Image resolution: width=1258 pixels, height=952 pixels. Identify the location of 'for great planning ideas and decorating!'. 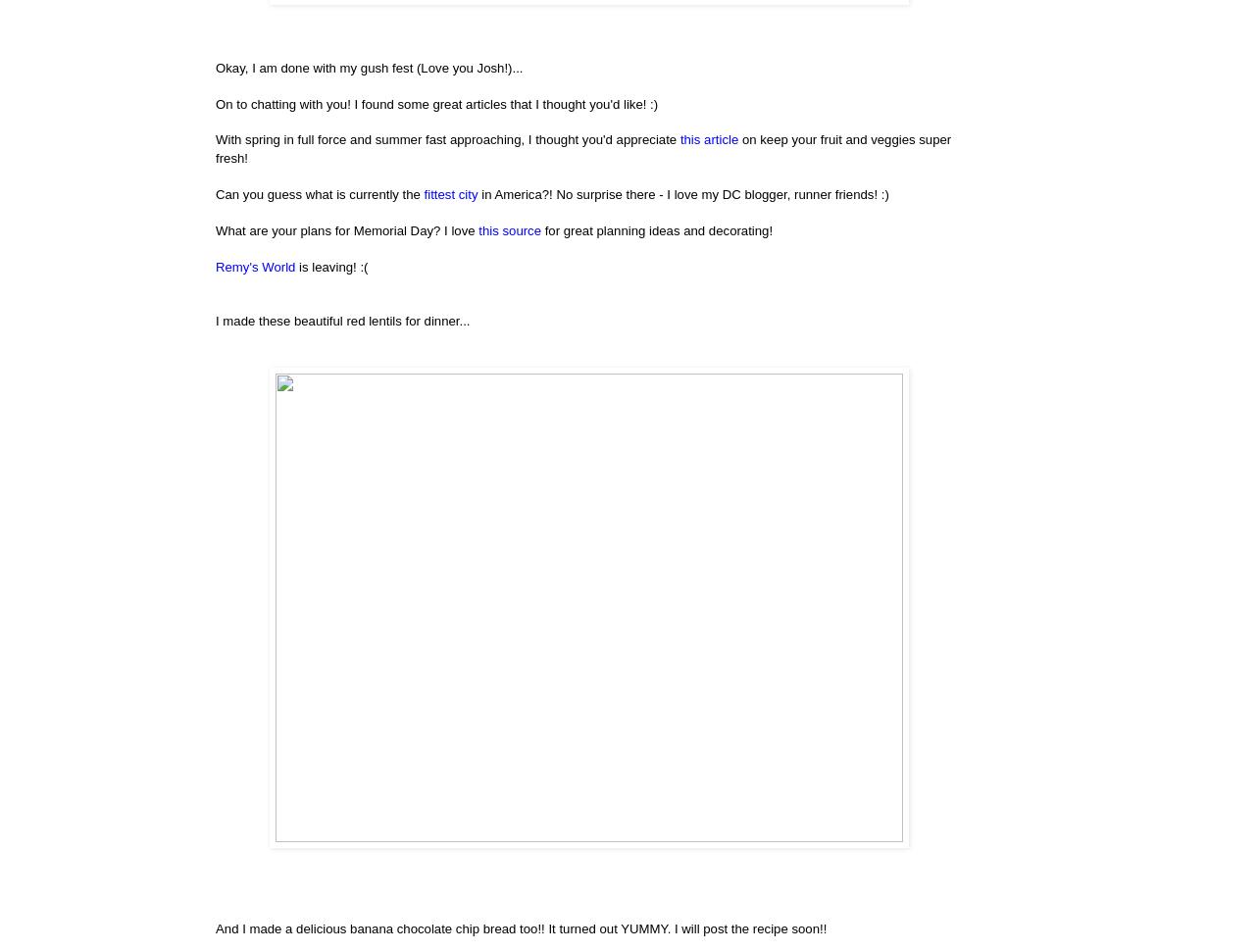
(655, 229).